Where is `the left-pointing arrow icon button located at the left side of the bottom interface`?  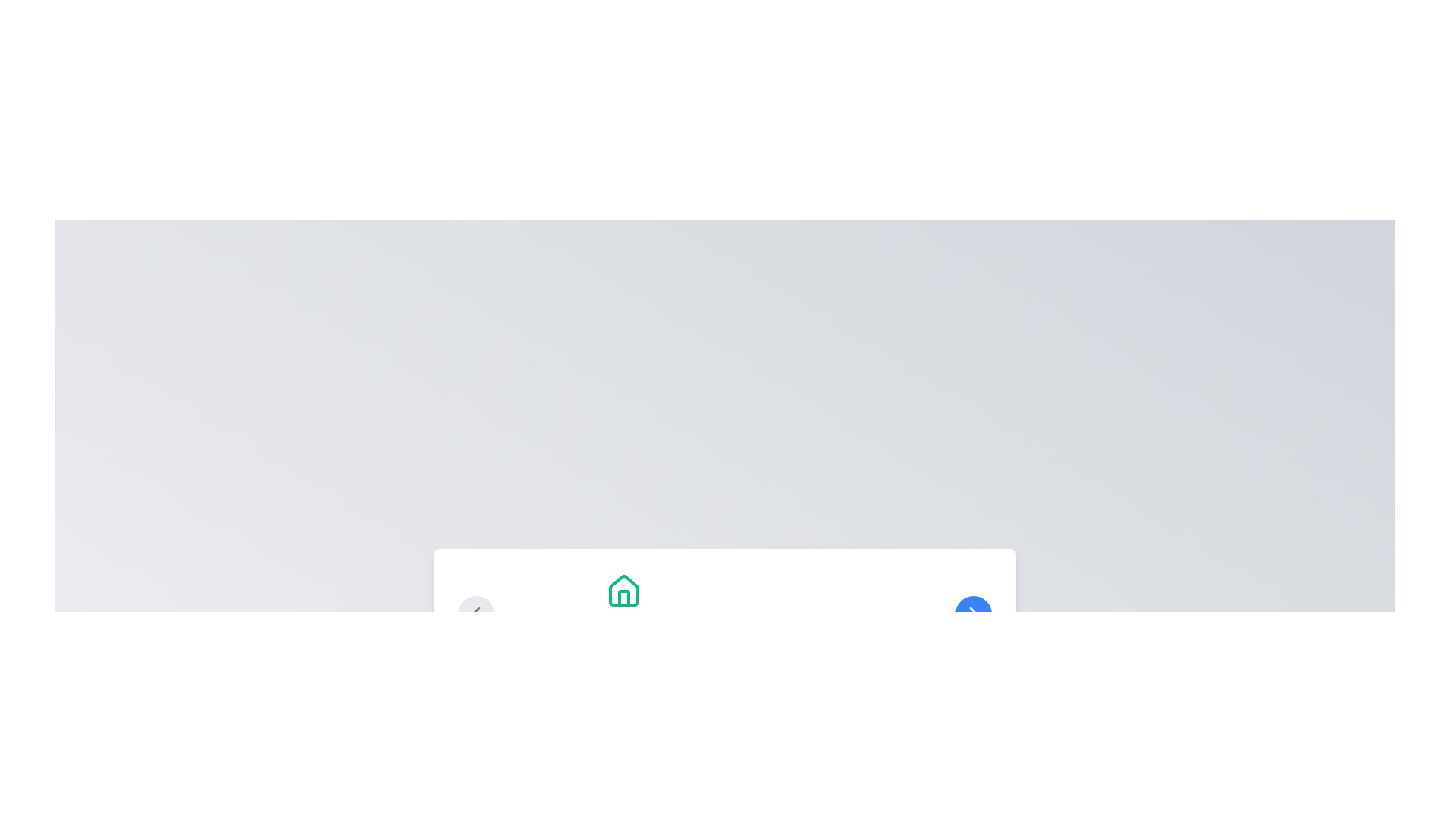 the left-pointing arrow icon button located at the left side of the bottom interface is located at coordinates (475, 614).